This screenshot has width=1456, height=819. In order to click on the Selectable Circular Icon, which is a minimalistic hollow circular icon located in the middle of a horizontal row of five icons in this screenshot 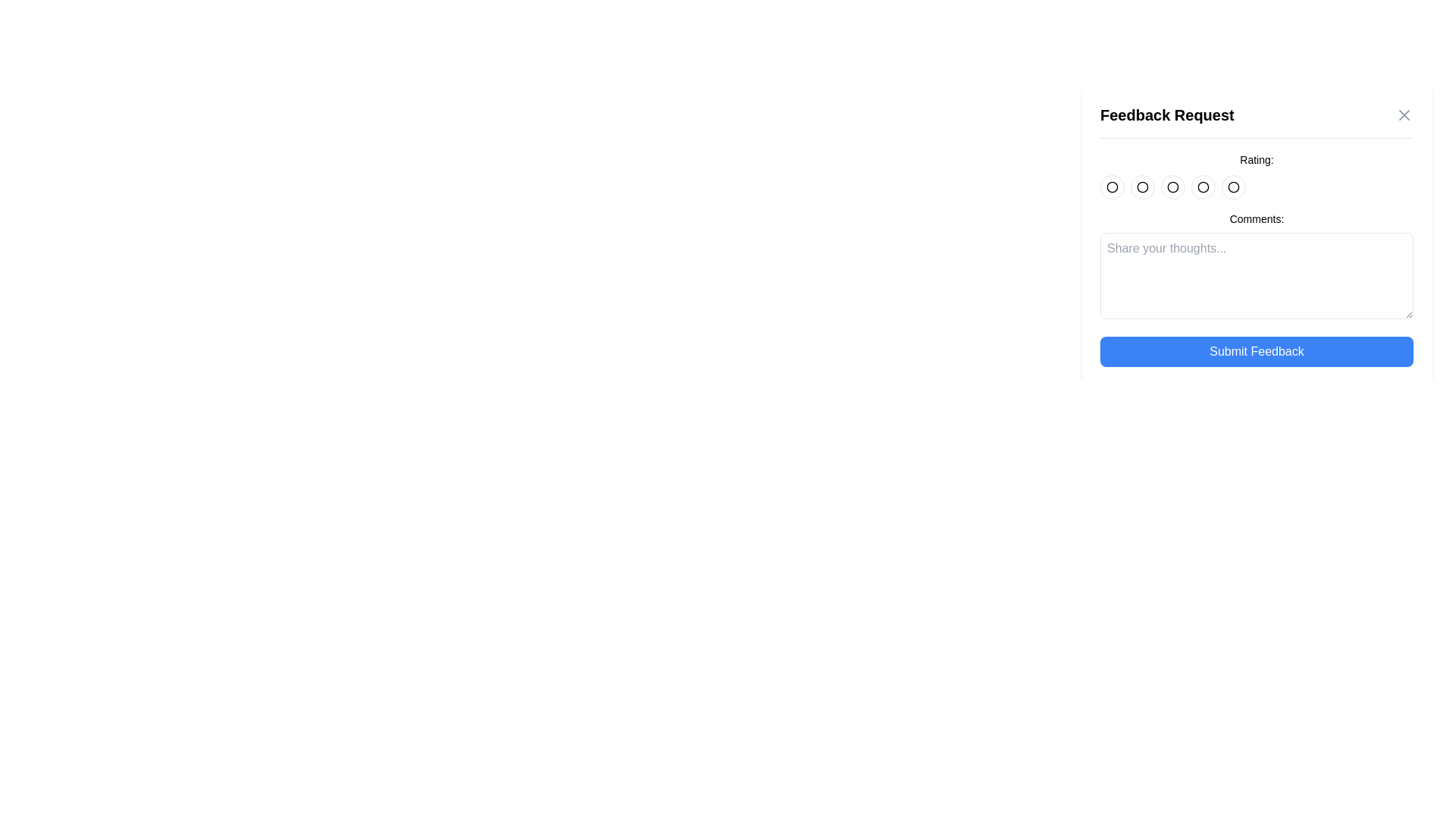, I will do `click(1172, 186)`.